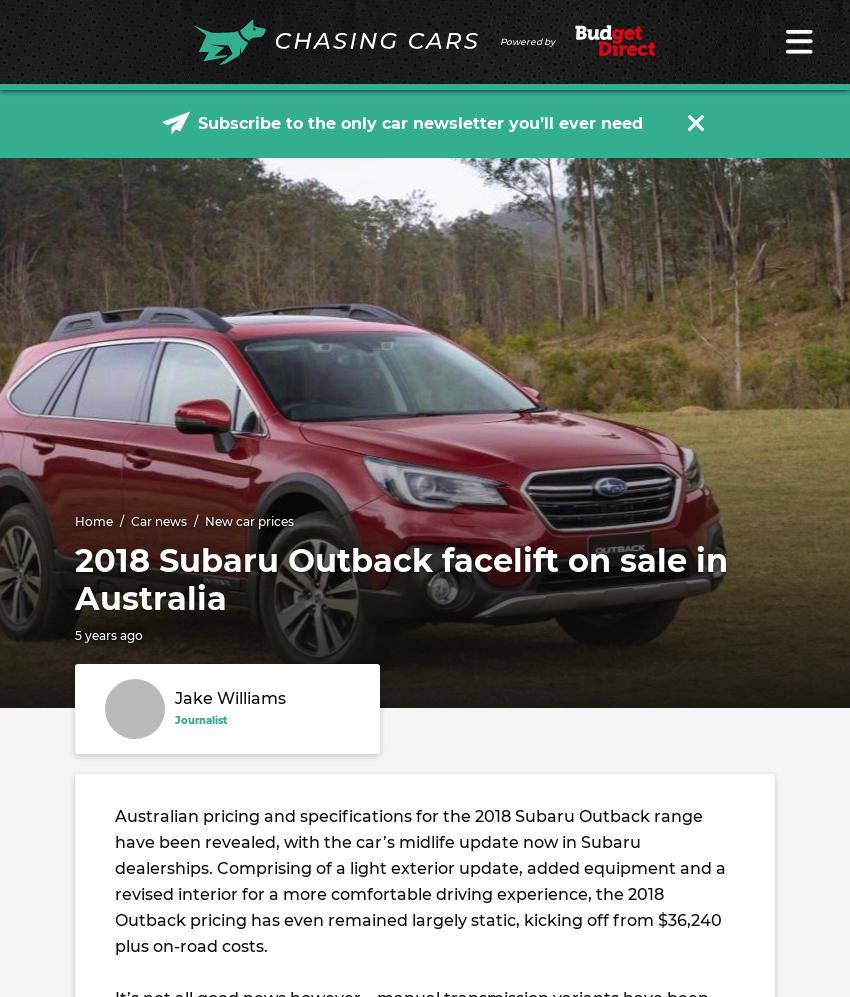 This screenshot has width=850, height=997. What do you see at coordinates (107, 633) in the screenshot?
I see `'5 years ago'` at bounding box center [107, 633].